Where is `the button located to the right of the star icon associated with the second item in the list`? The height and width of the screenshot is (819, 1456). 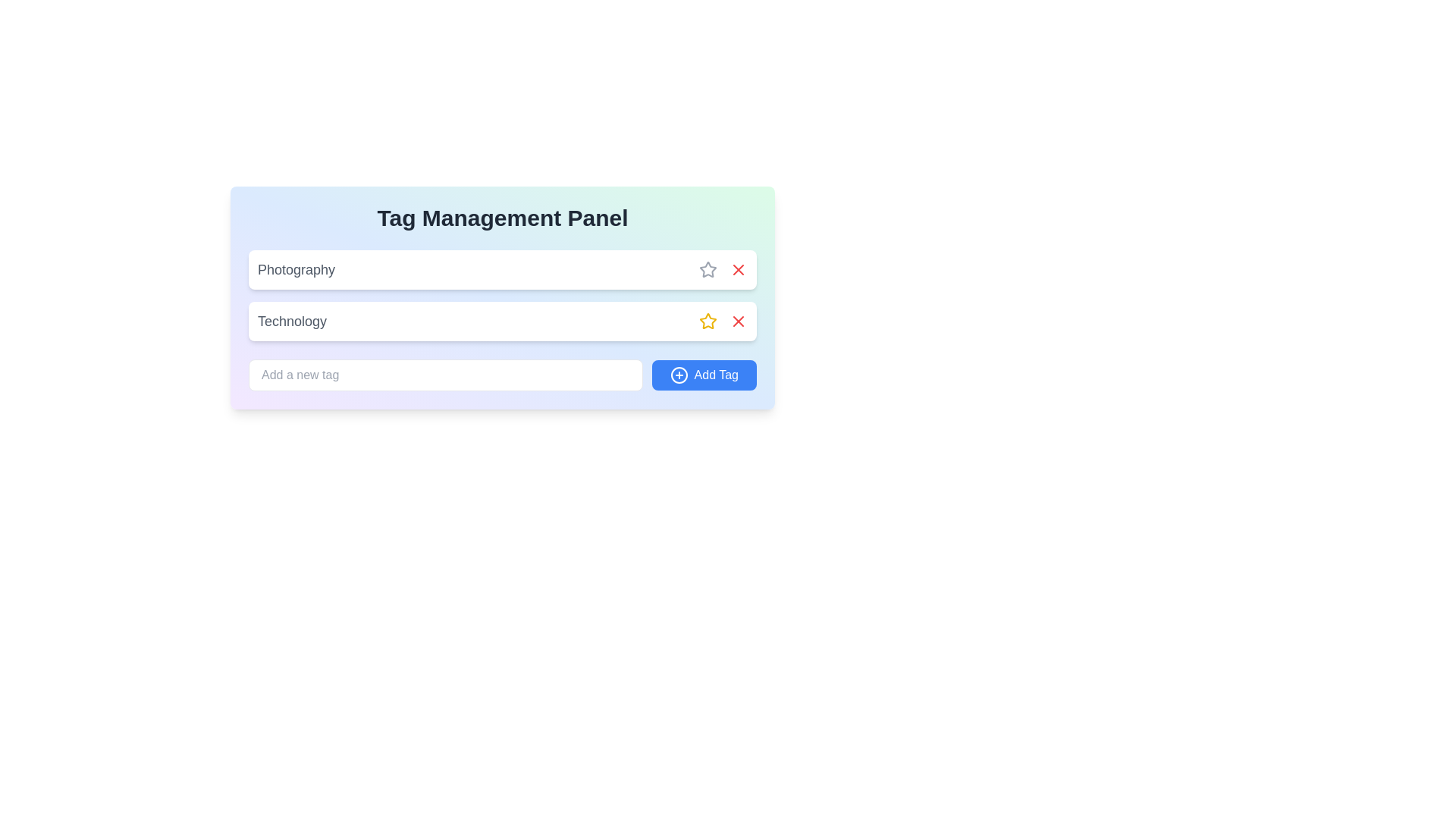 the button located to the right of the star icon associated with the second item in the list is located at coordinates (739, 321).